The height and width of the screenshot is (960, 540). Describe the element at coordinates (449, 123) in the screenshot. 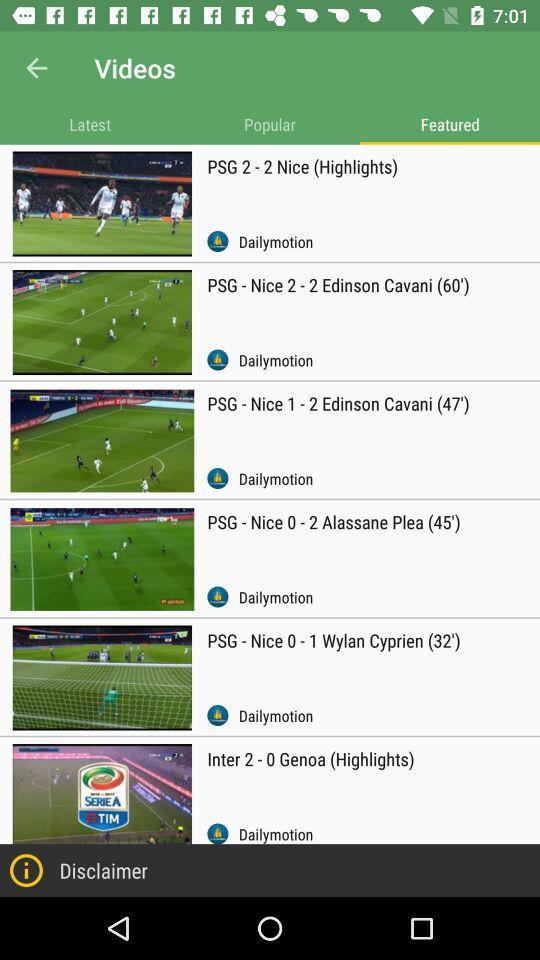

I see `the featured item` at that location.